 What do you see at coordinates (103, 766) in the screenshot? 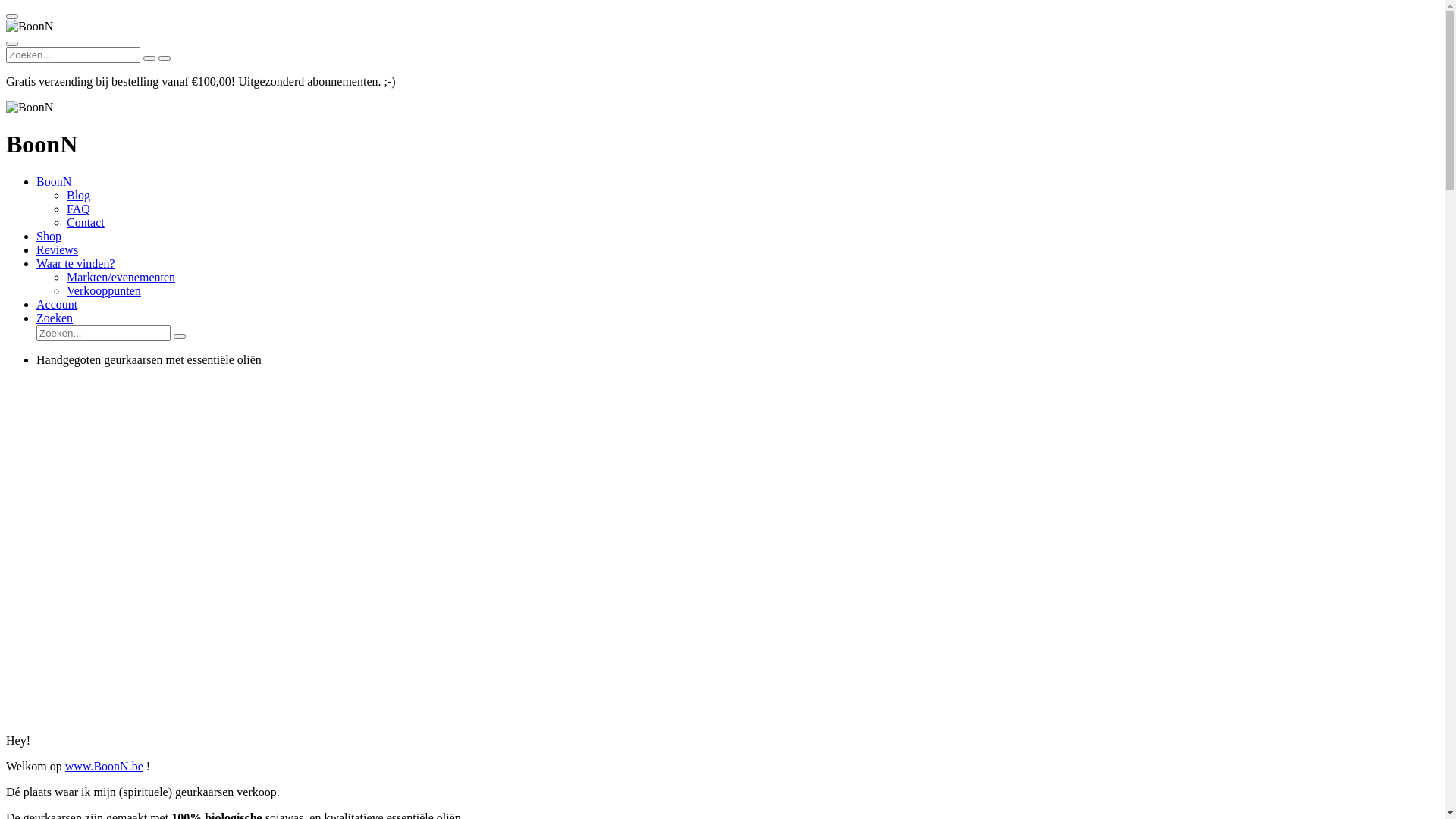
I see `'www.BoonN.be'` at bounding box center [103, 766].